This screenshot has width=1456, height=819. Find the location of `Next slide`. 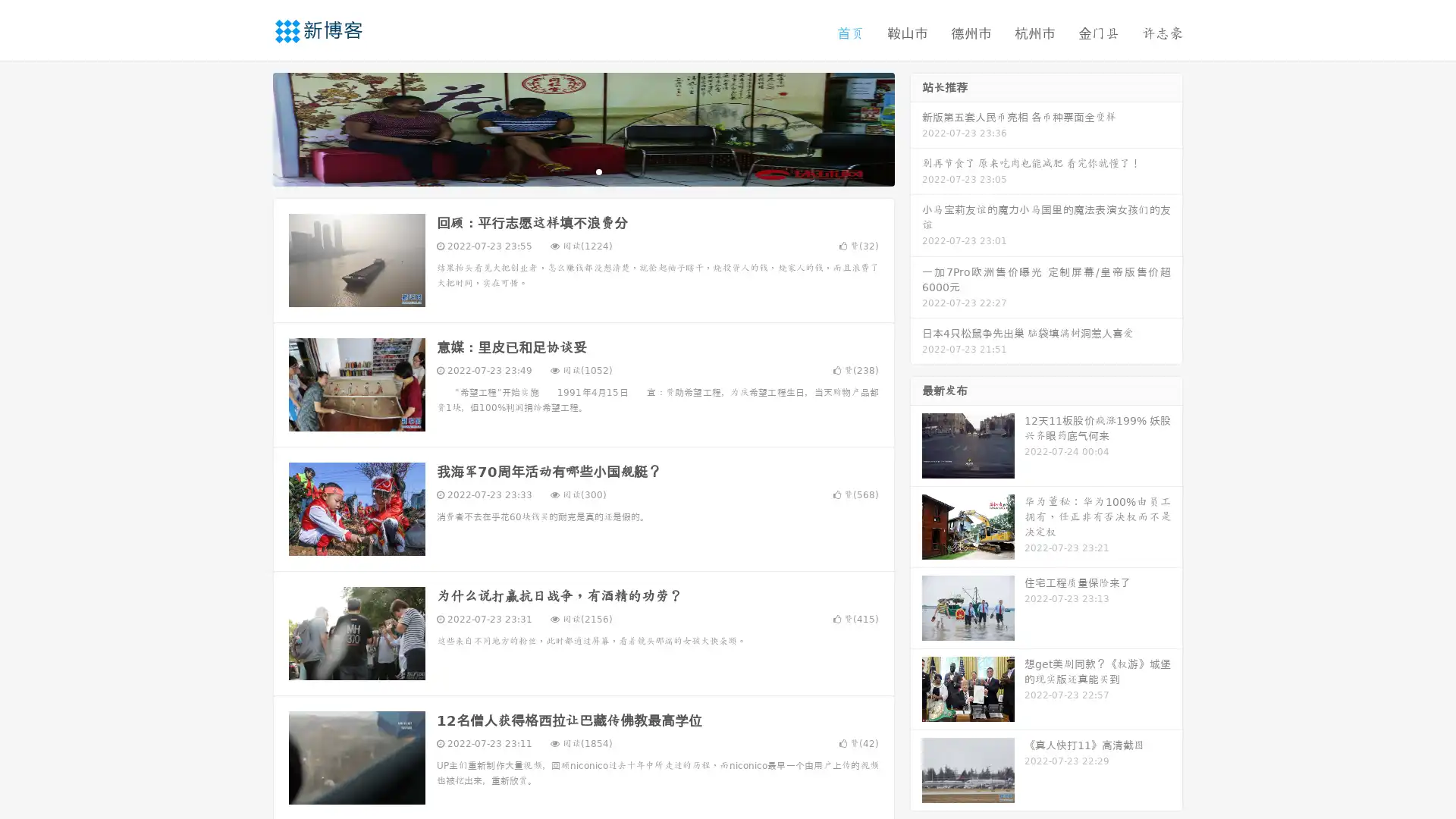

Next slide is located at coordinates (916, 127).